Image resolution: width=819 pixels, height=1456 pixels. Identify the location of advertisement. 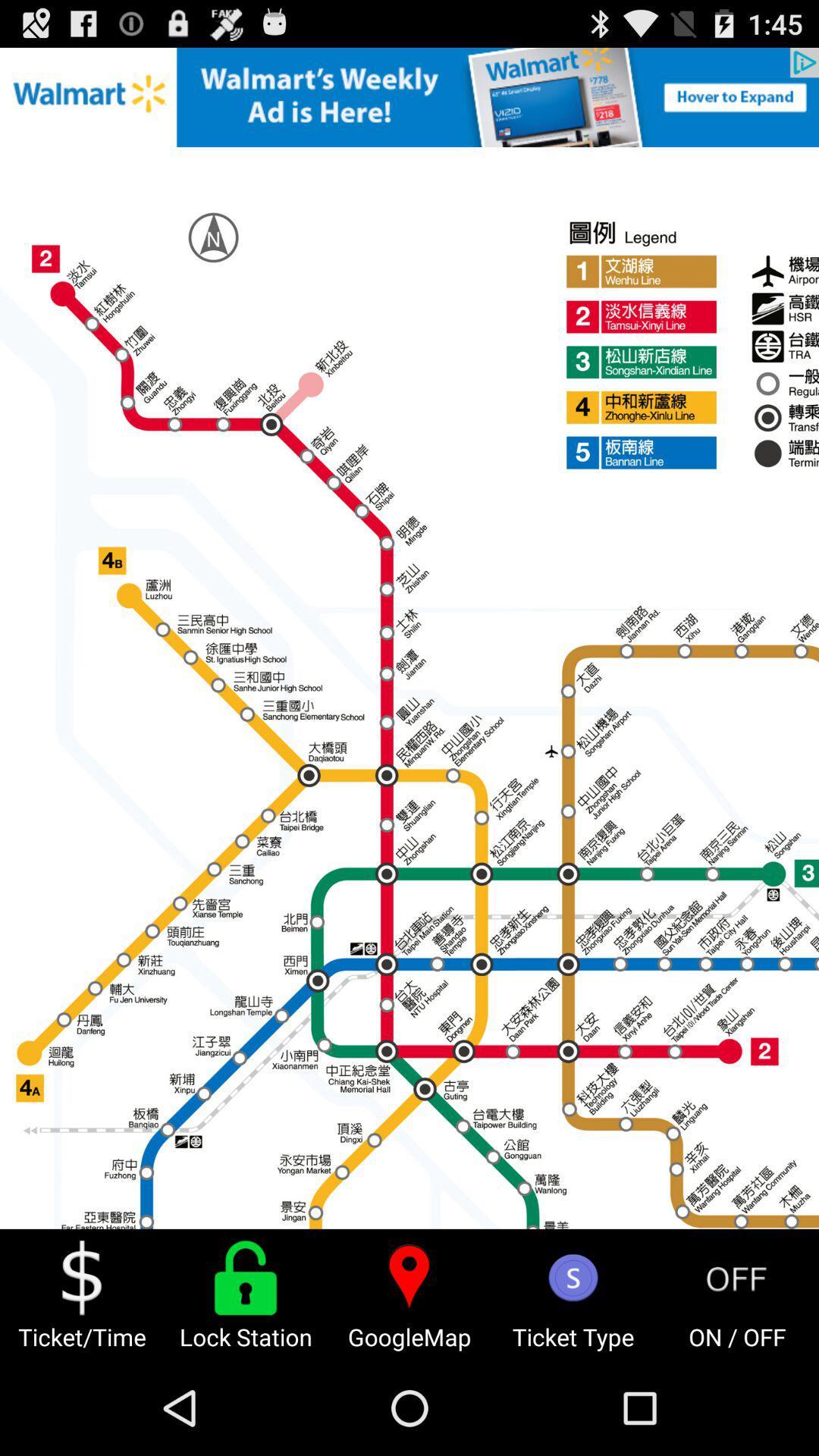
(409, 96).